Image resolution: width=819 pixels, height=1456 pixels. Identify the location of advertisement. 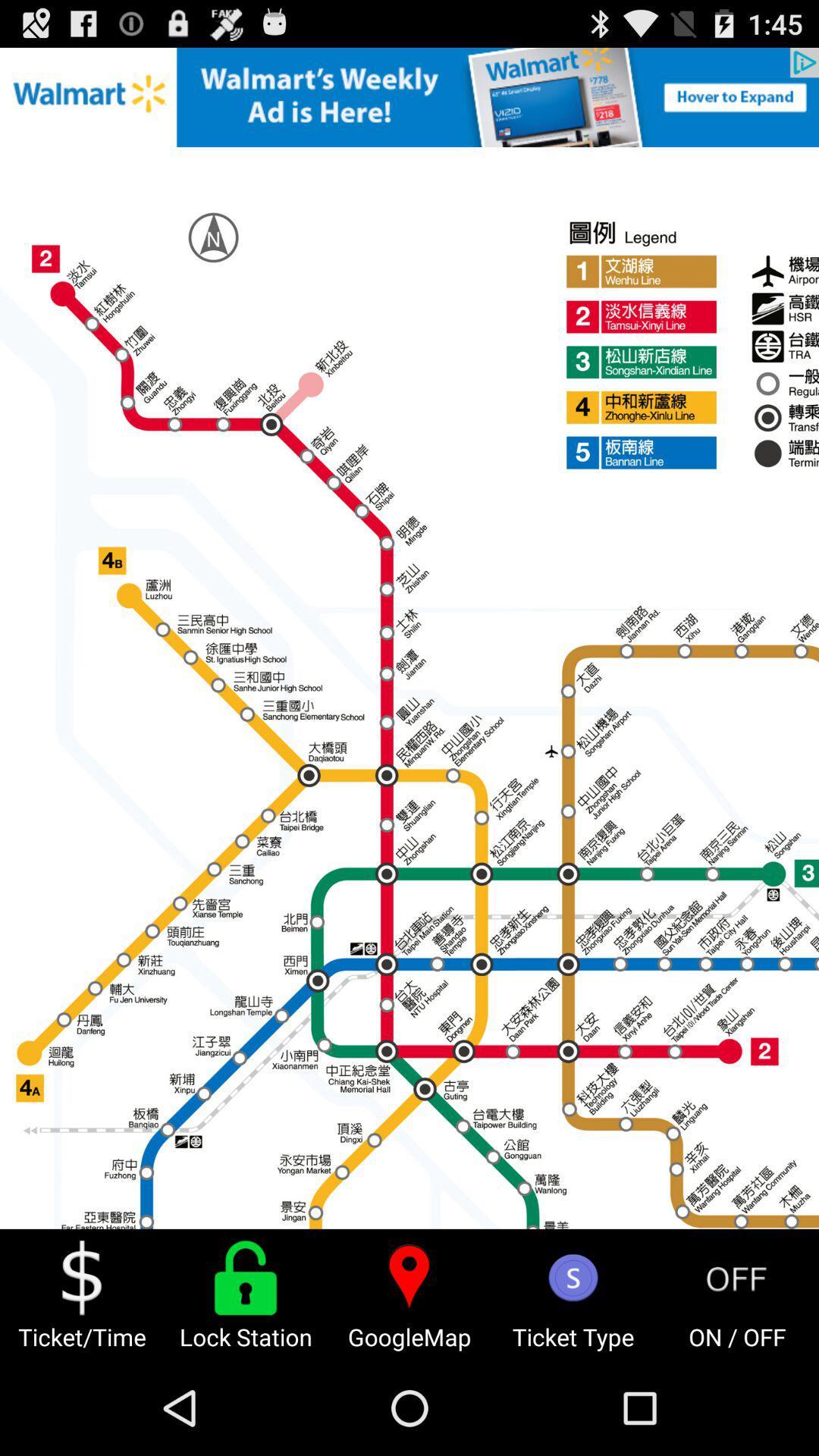
(409, 96).